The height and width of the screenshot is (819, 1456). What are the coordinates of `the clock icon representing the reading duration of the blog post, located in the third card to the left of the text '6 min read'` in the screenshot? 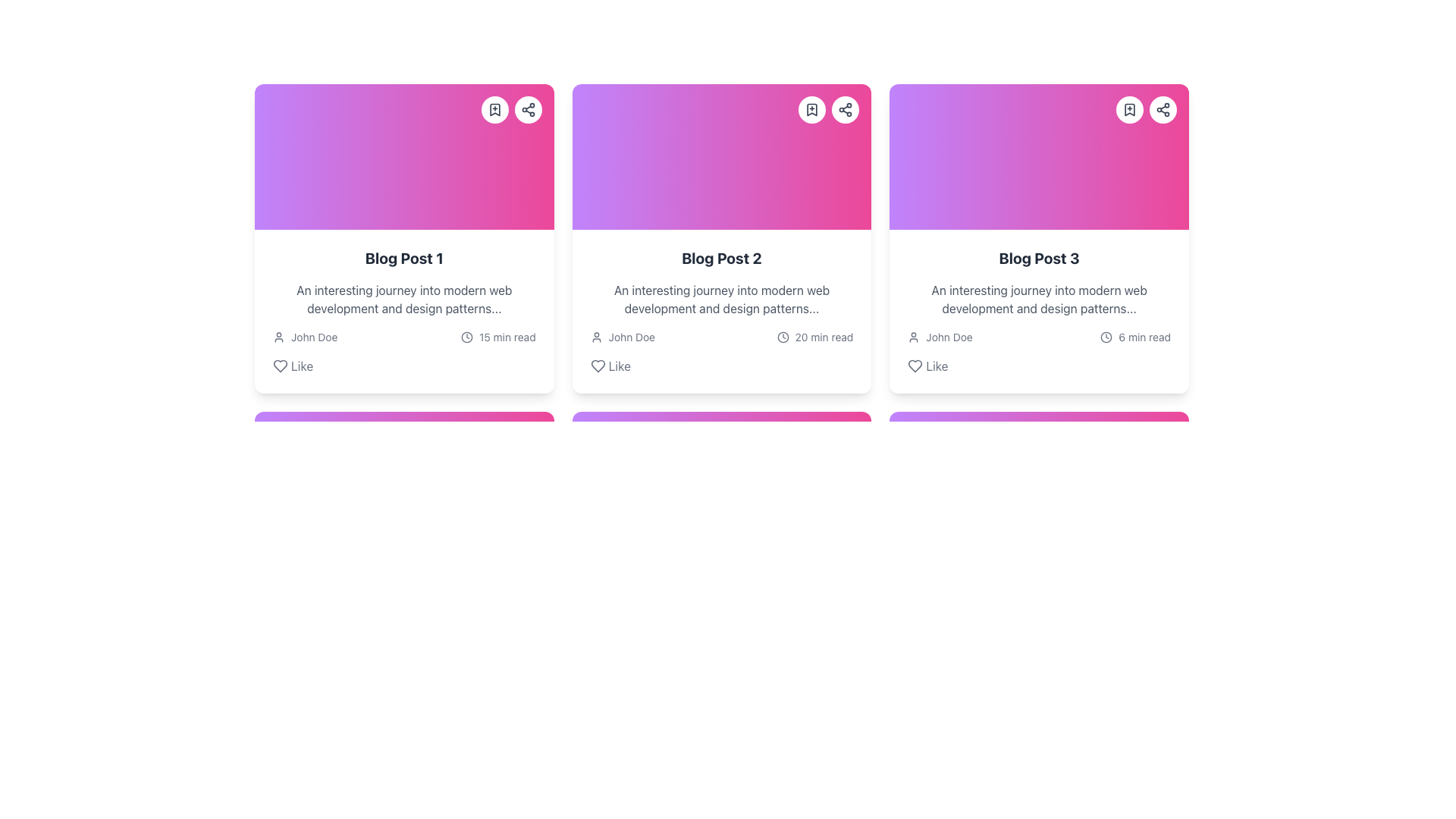 It's located at (1106, 336).